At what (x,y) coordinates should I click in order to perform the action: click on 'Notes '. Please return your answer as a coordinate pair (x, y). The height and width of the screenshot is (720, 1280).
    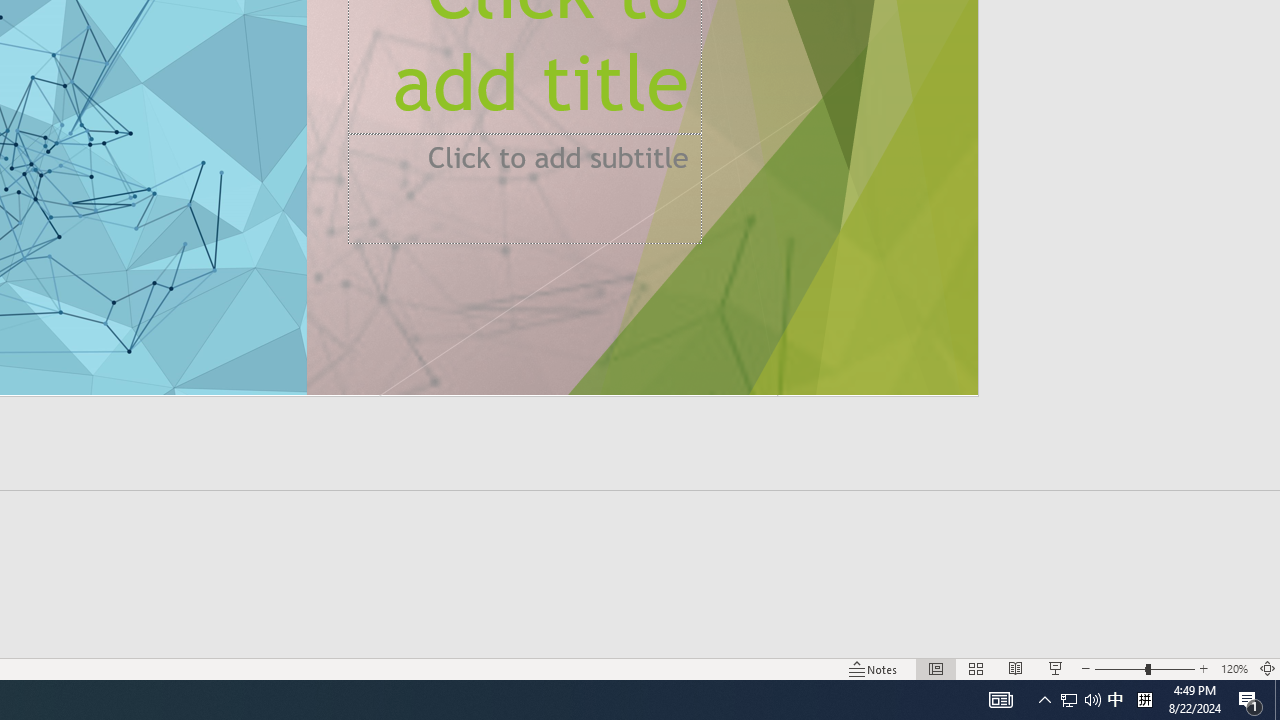
    Looking at the image, I should click on (874, 669).